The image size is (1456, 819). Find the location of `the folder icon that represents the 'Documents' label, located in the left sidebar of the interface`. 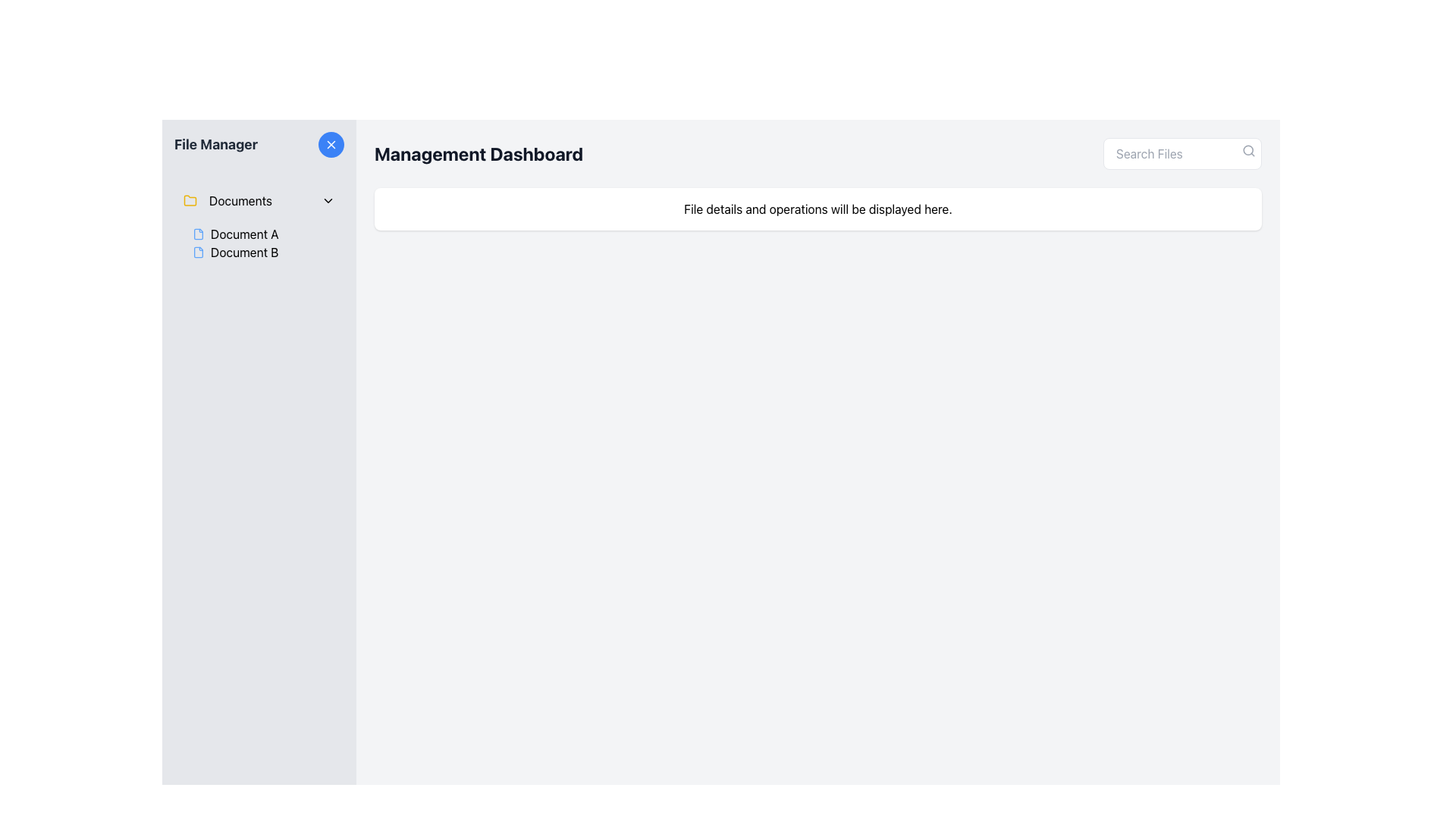

the folder icon that represents the 'Documents' label, located in the left sidebar of the interface is located at coordinates (189, 200).